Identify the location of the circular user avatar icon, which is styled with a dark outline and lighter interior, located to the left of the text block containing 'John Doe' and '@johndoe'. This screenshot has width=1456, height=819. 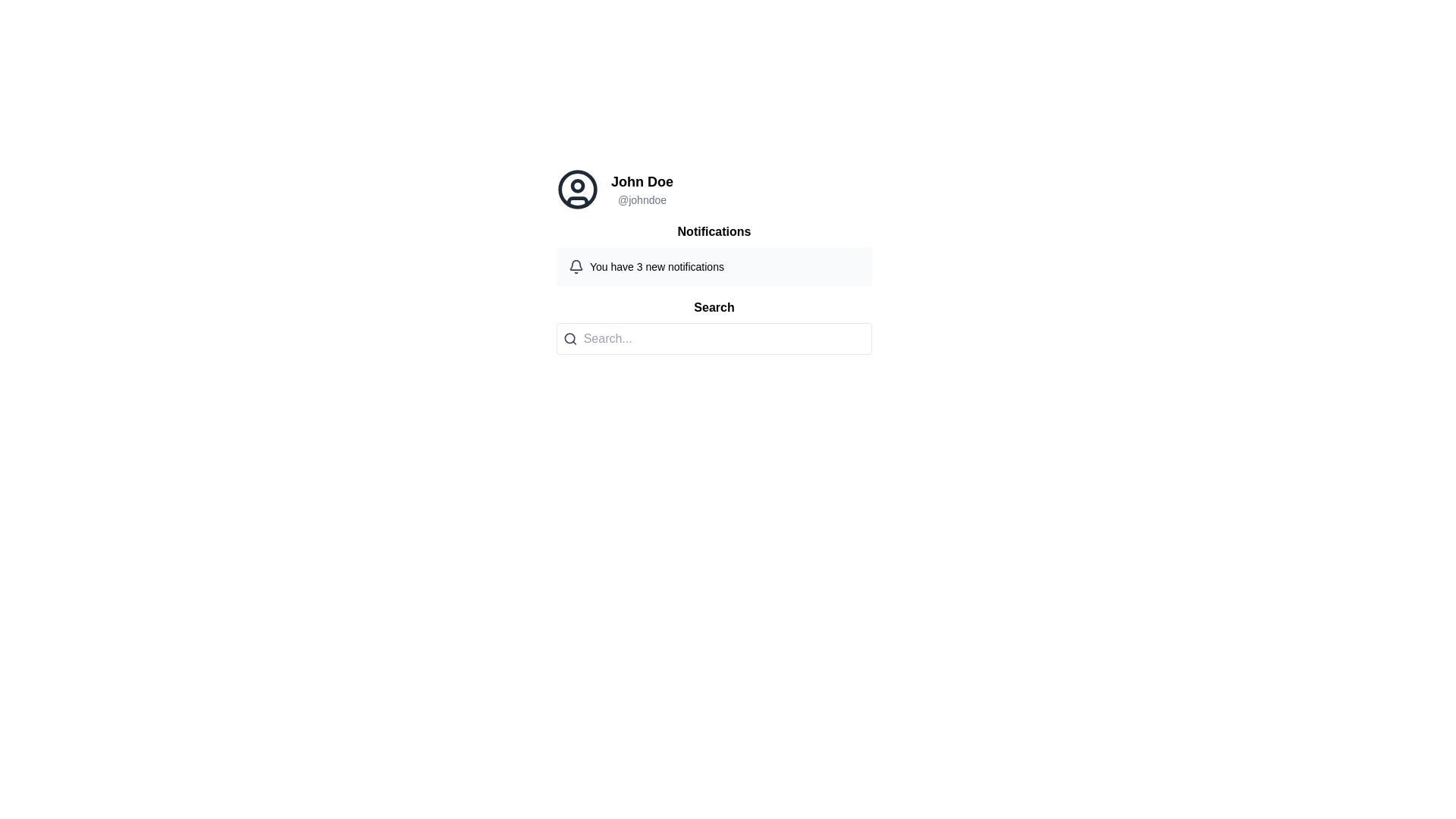
(577, 189).